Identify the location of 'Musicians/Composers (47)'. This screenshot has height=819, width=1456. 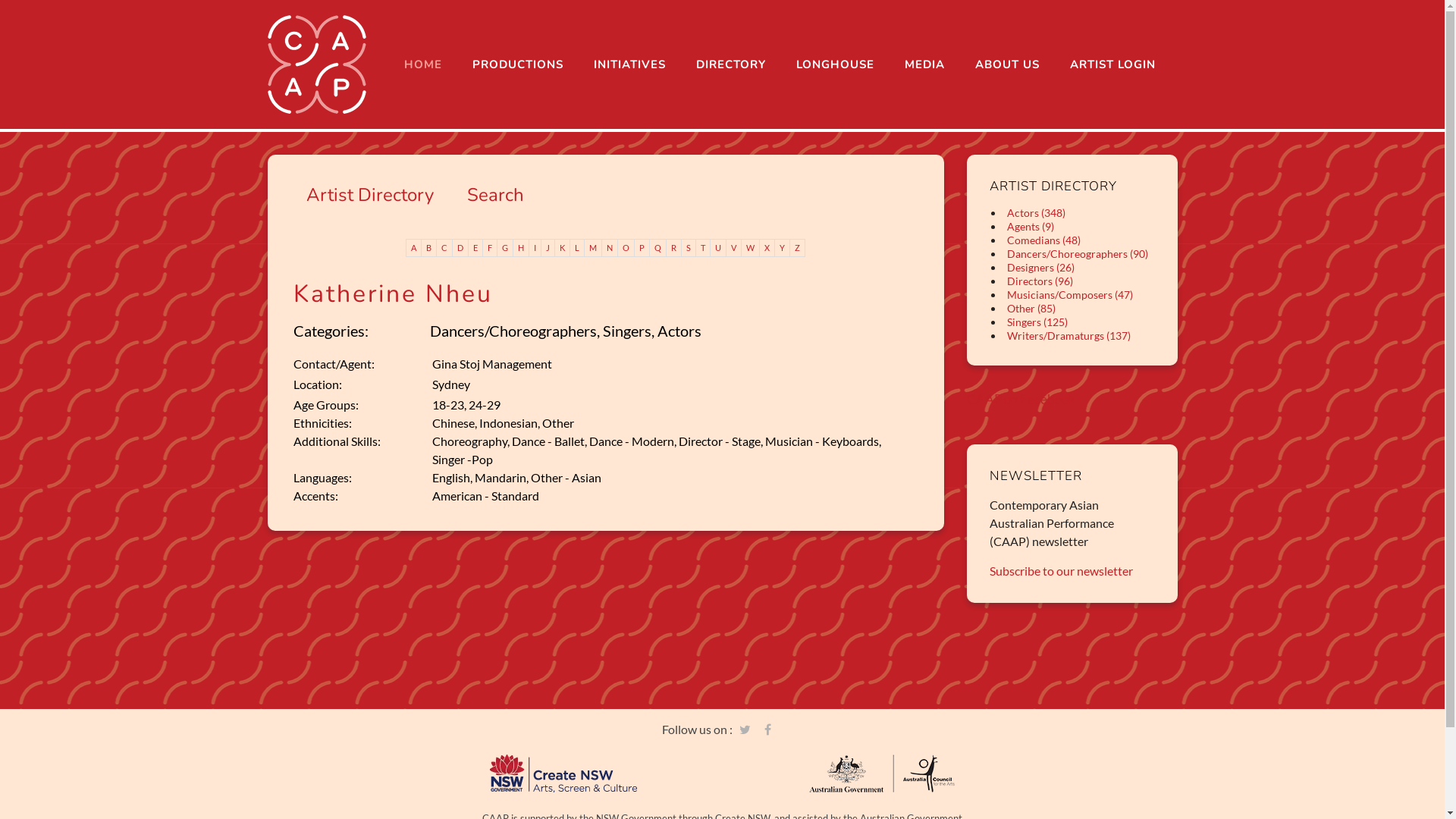
(1069, 294).